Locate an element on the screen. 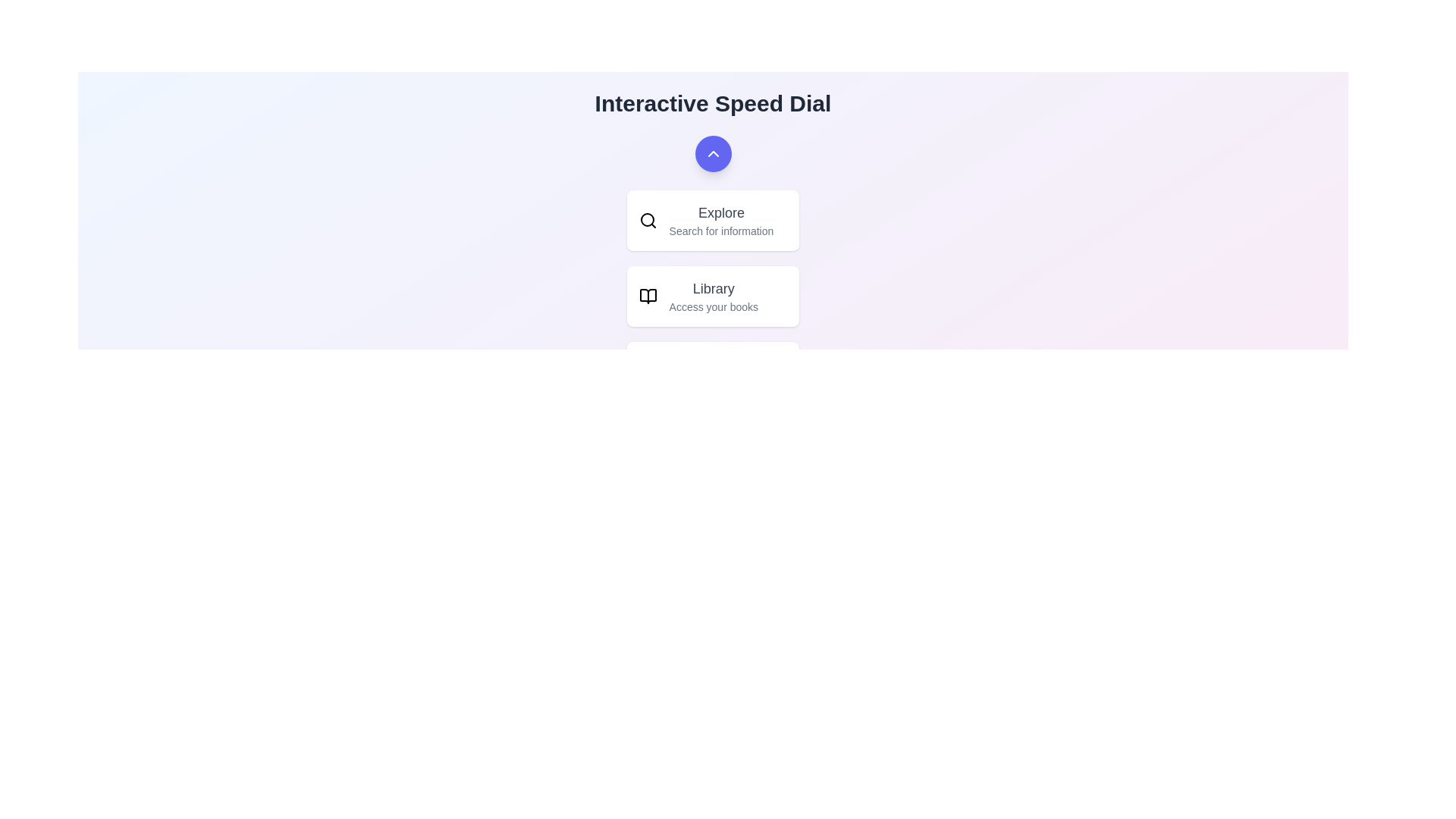  the 'Explore' button to initiate a search for information is located at coordinates (712, 220).